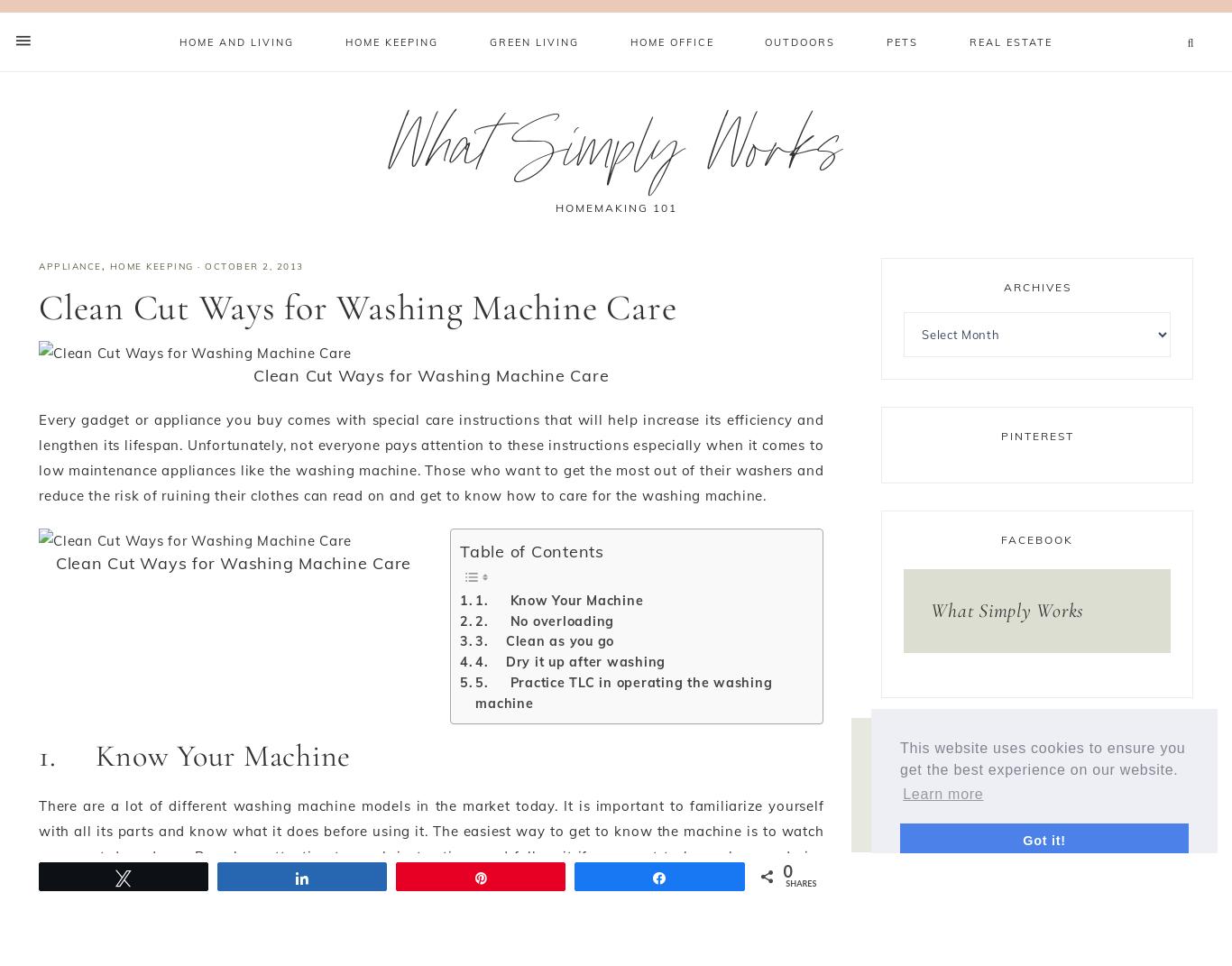  Describe the element at coordinates (1043, 758) in the screenshot. I see `'This website uses cookies to ensure you get the best experience on our website.'` at that location.